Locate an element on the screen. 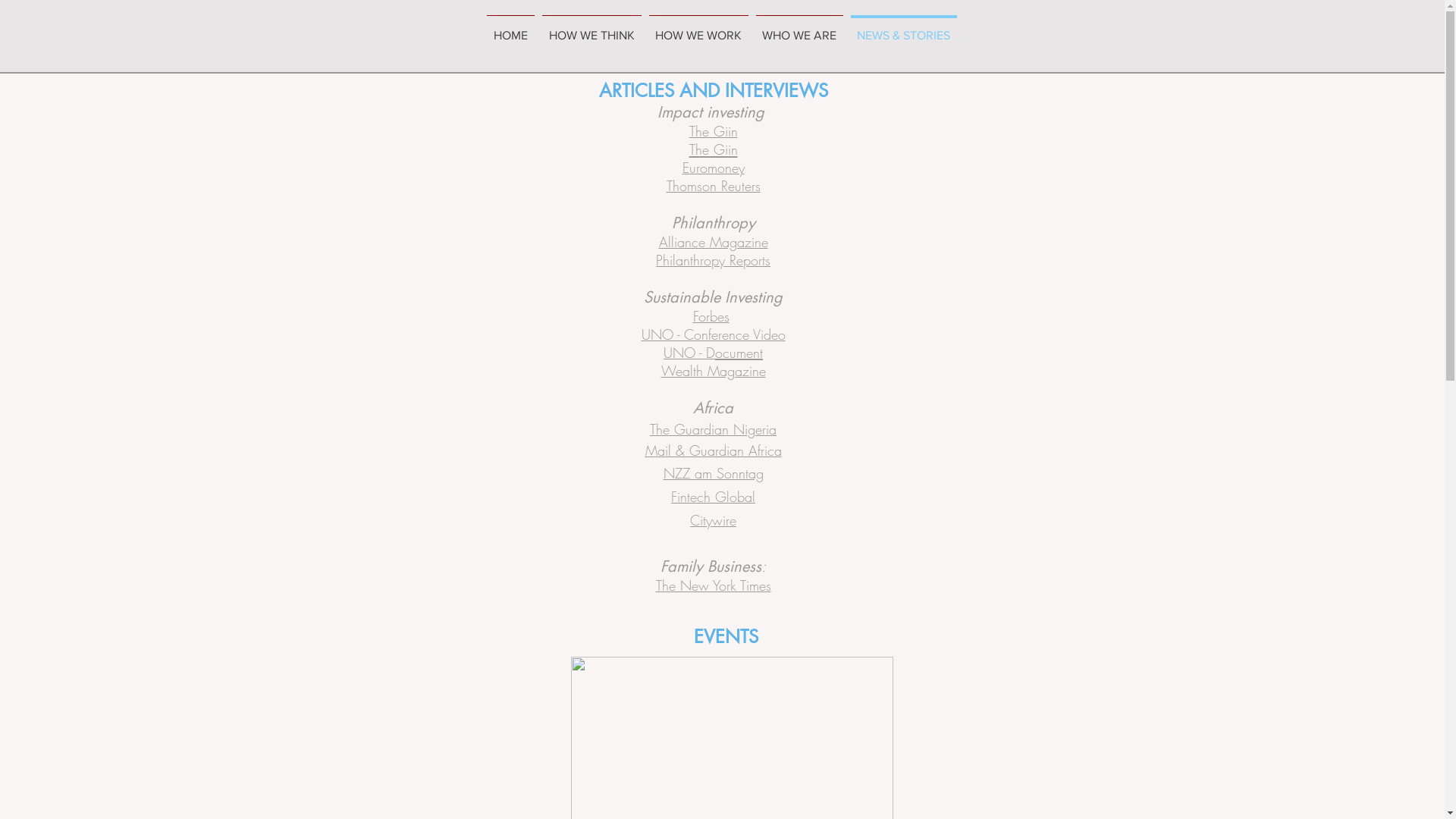 The image size is (1456, 819). 'Alliance Magazine' is located at coordinates (712, 241).